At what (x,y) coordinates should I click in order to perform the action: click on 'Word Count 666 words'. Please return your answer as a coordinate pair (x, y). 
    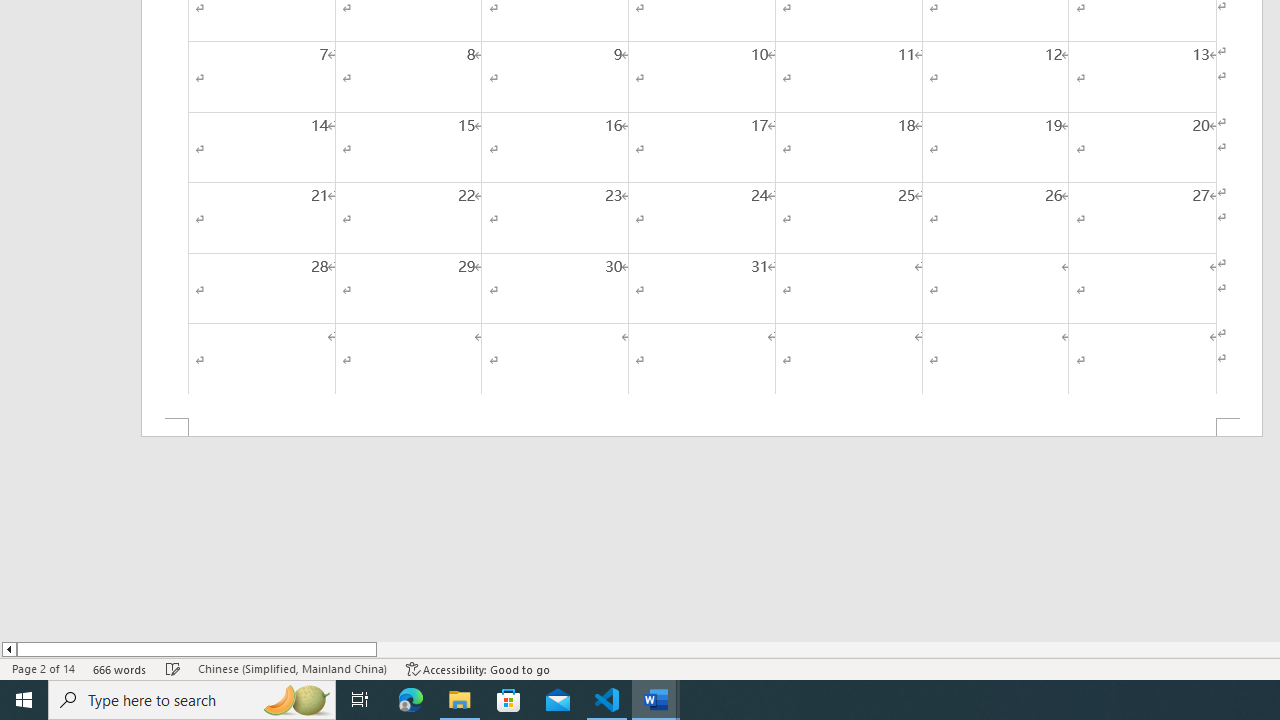
    Looking at the image, I should click on (119, 669).